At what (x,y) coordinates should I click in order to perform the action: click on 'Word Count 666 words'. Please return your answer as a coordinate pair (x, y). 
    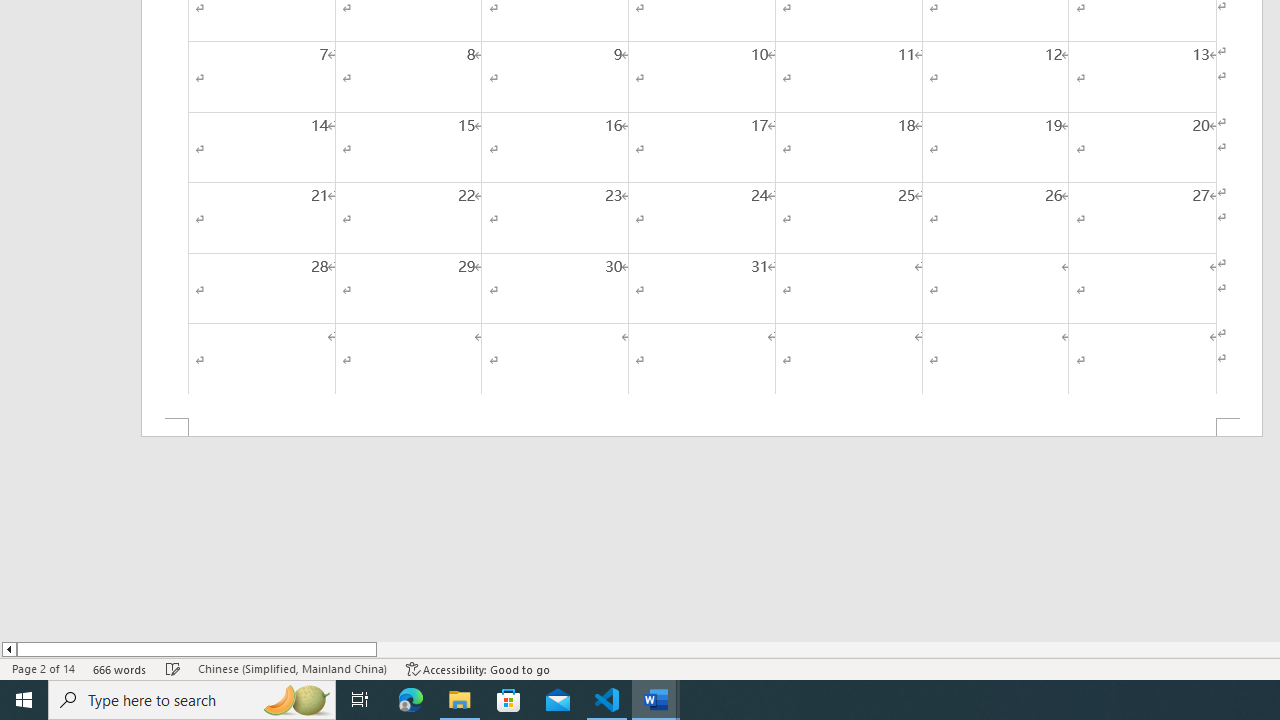
    Looking at the image, I should click on (119, 669).